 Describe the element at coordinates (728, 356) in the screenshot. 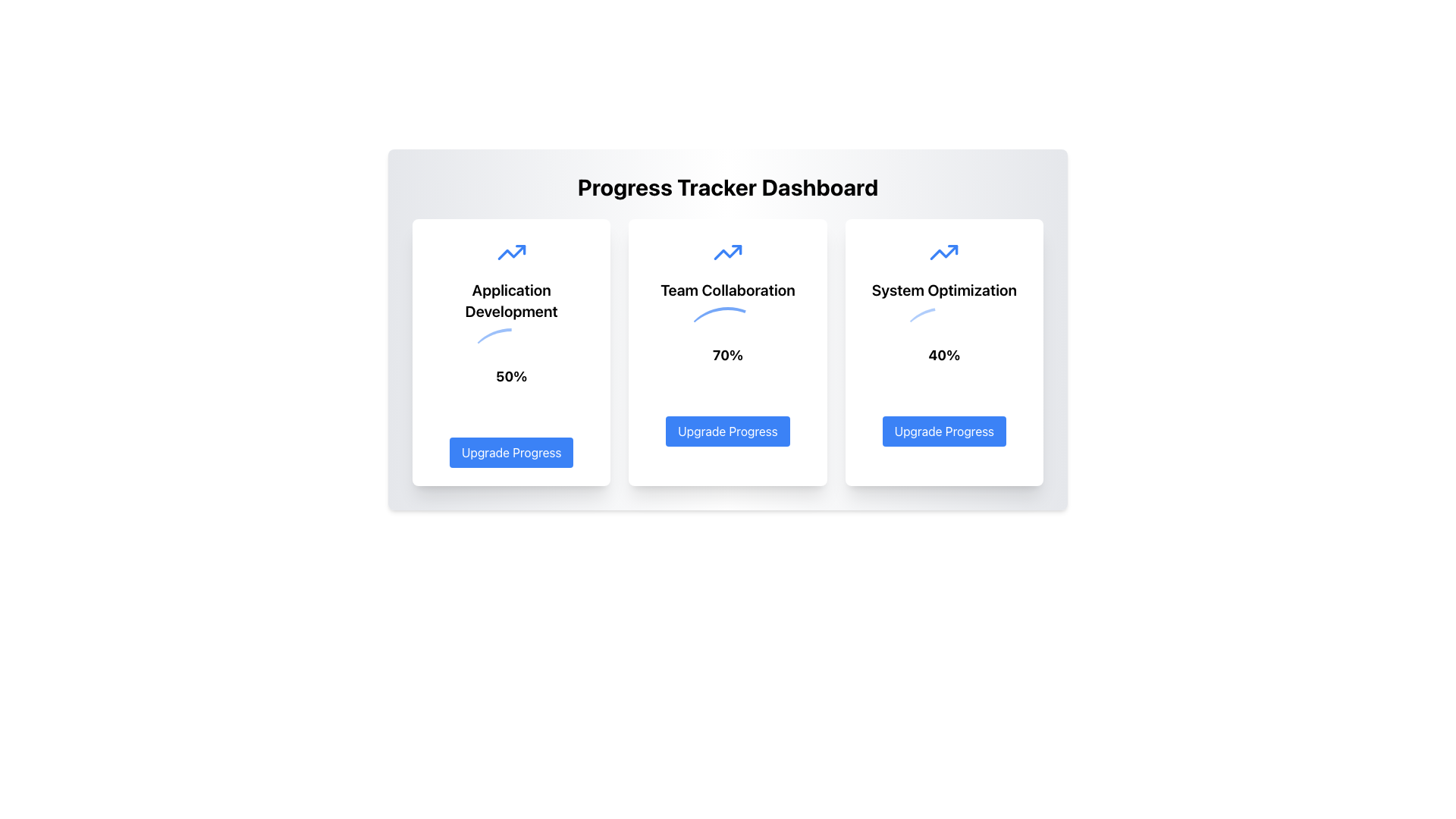

I see `the circular progress indicator showing '70%' in the 'Team Collaboration' card of the Progress Tracker Dashboard` at that location.